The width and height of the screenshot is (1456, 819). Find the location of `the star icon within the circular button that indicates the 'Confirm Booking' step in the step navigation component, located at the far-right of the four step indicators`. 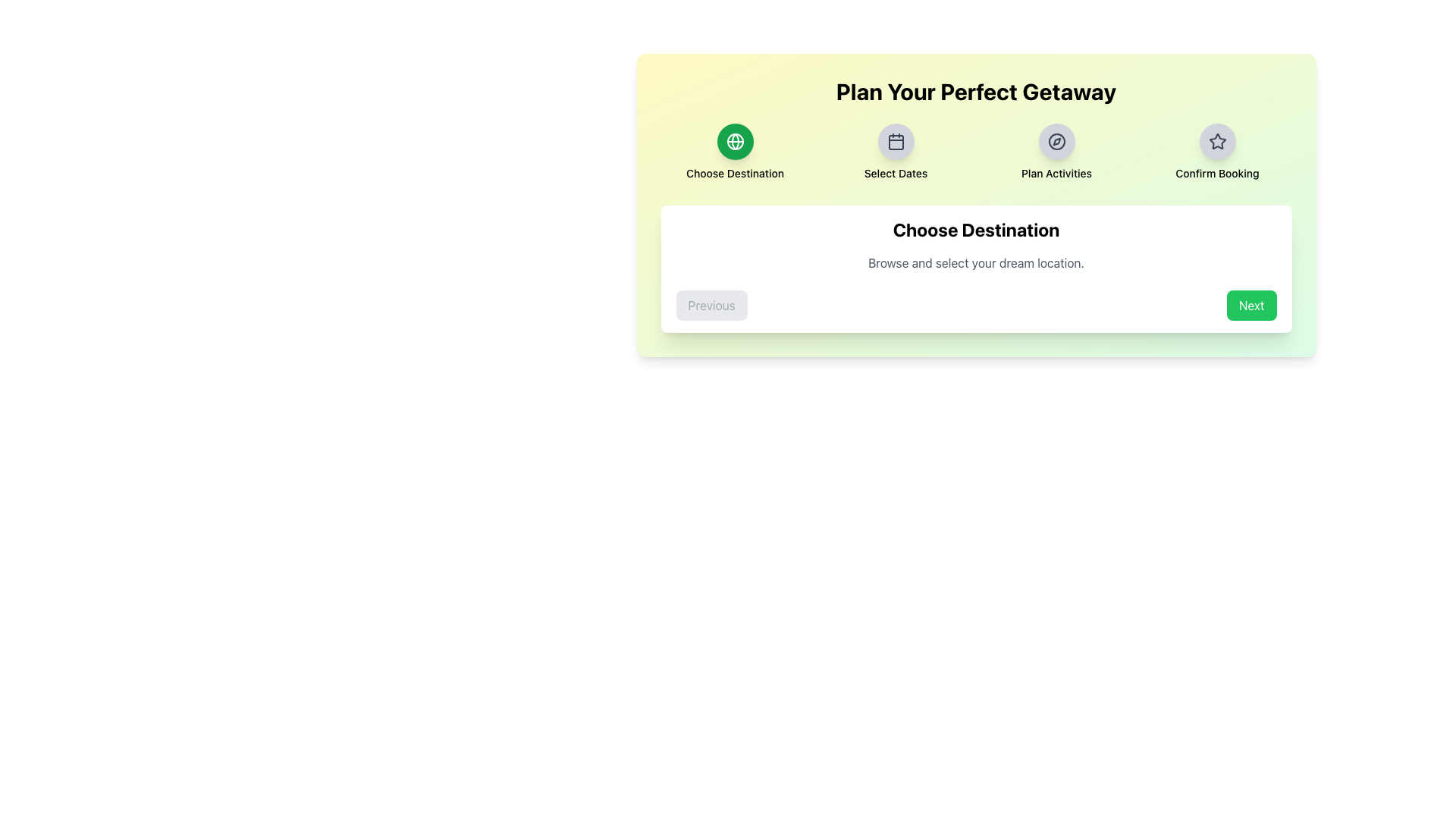

the star icon within the circular button that indicates the 'Confirm Booking' step in the step navigation component, located at the far-right of the four step indicators is located at coordinates (1217, 141).